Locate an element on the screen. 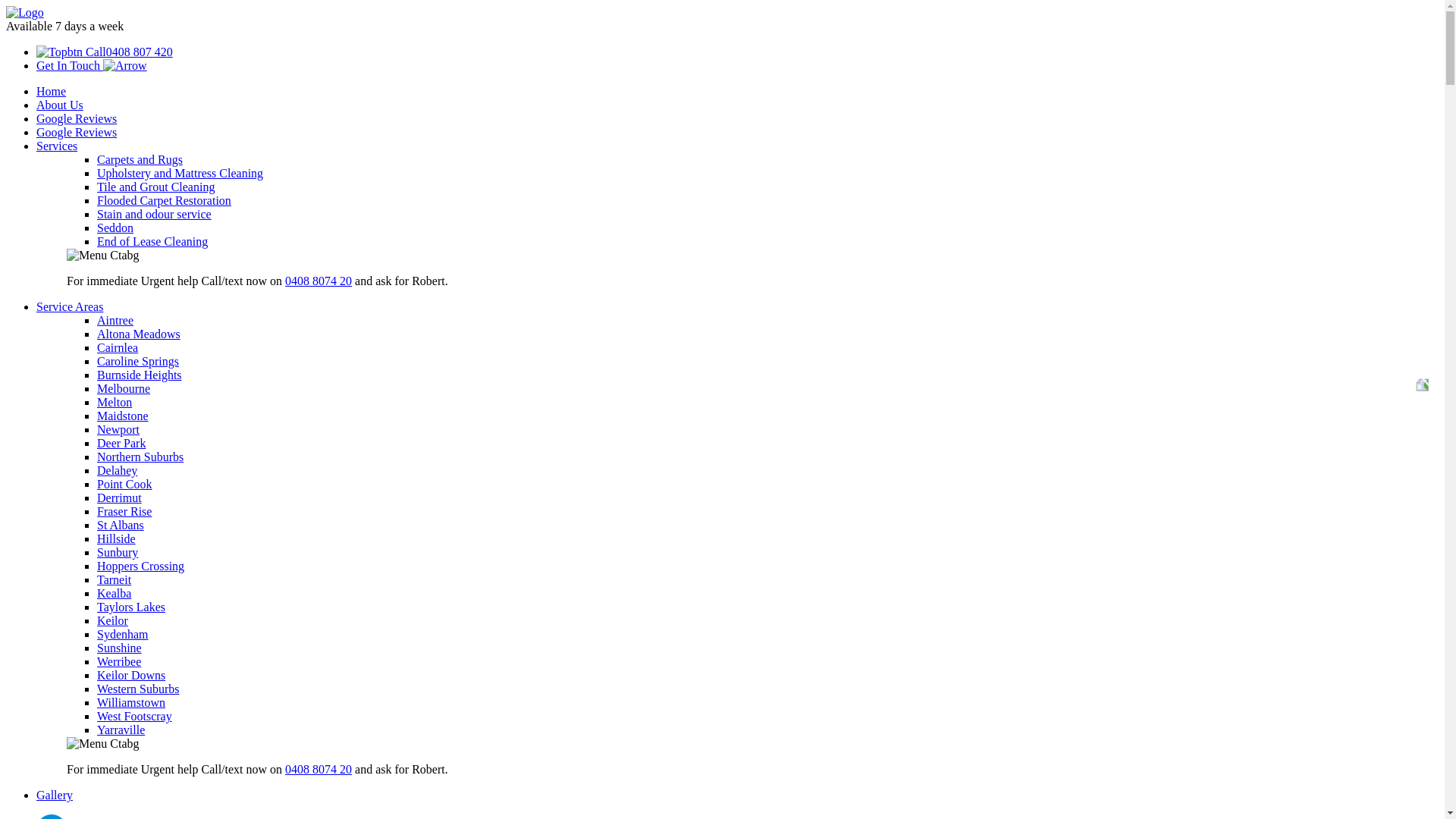  'Gallery' is located at coordinates (55, 794).